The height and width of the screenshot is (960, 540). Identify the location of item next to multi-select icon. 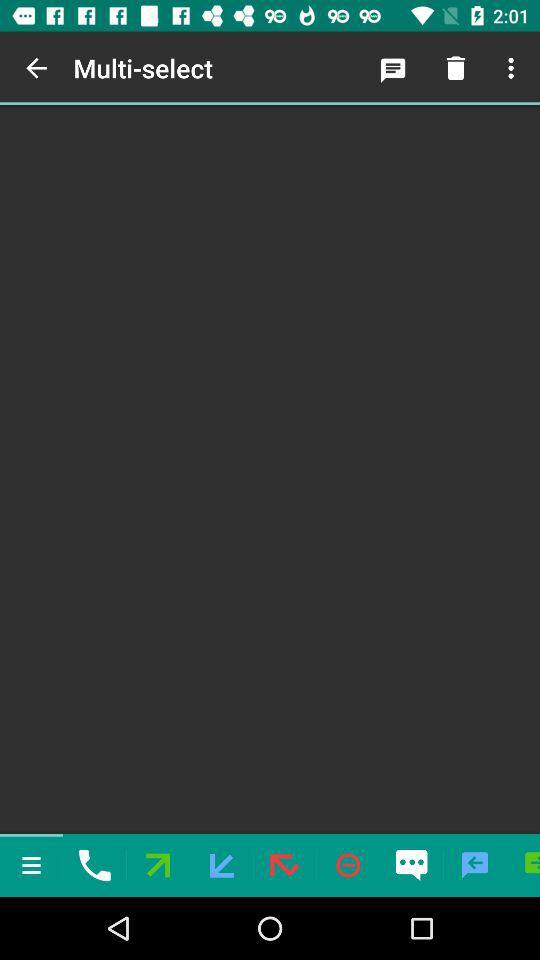
(36, 68).